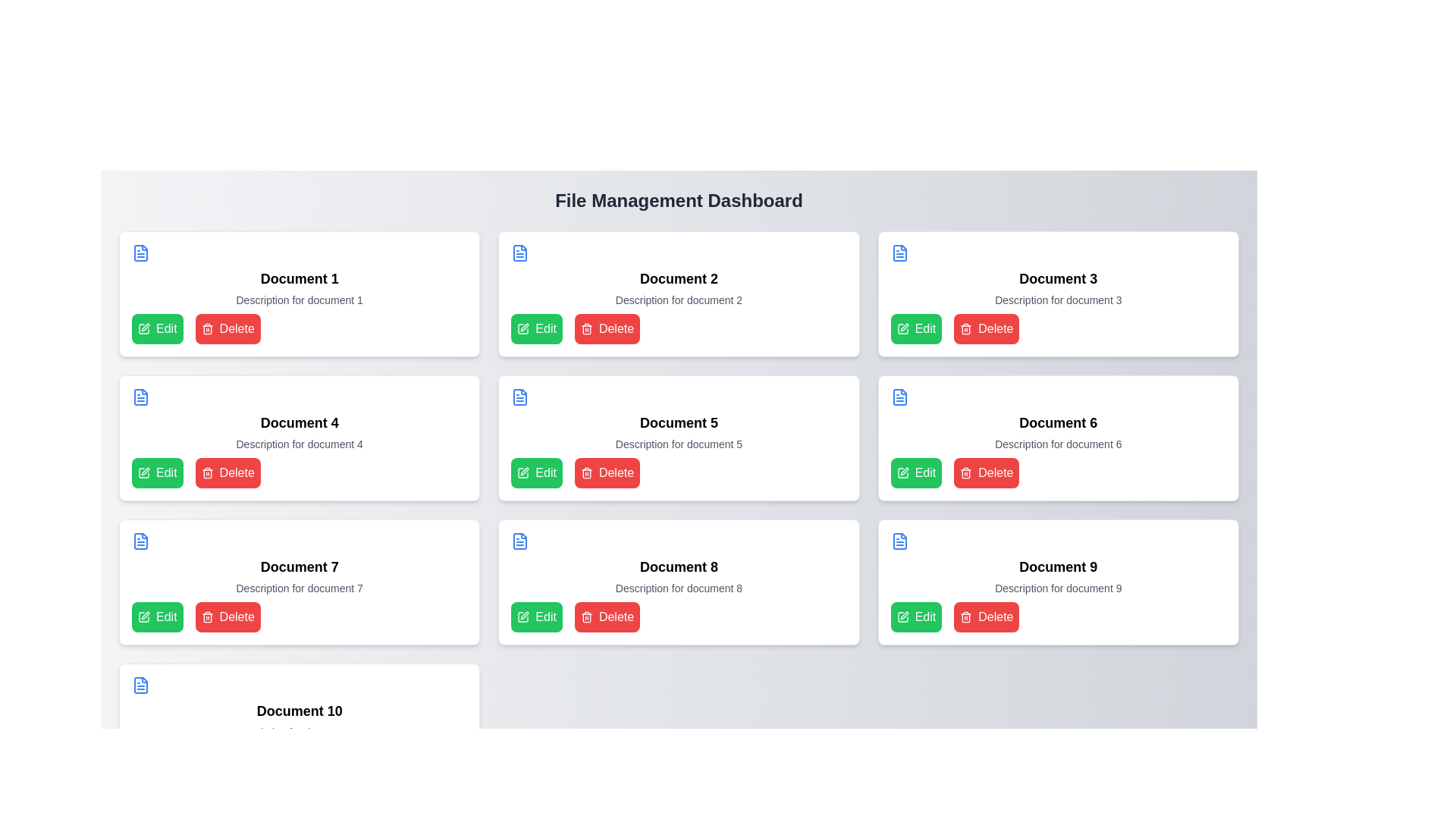 The width and height of the screenshot is (1456, 819). I want to click on the green square icon depicting a pen that is located to the left of the 'Edit' text within the green button in the first row of the grid, so click(523, 328).